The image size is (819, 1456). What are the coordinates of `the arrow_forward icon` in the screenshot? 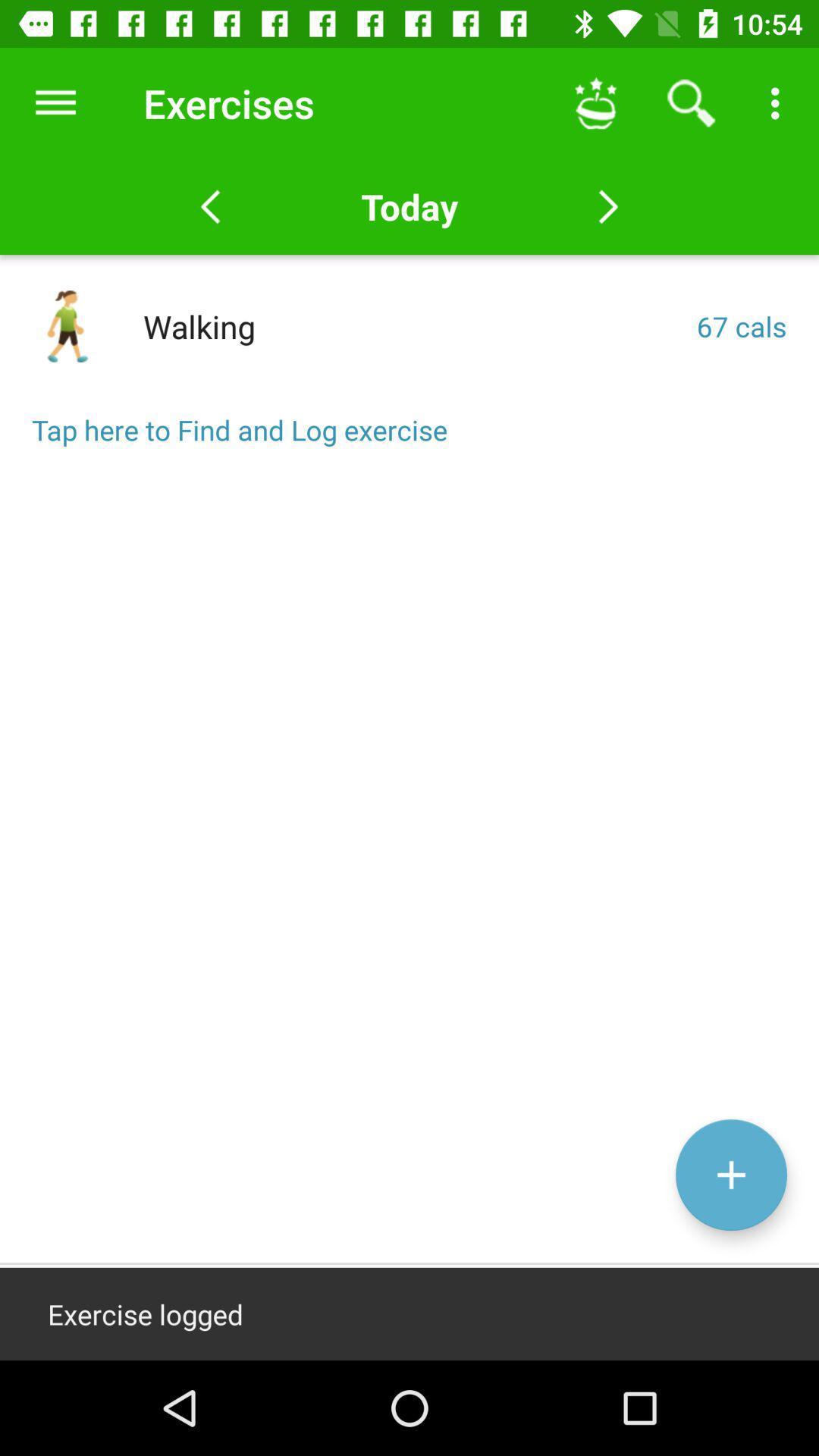 It's located at (607, 206).